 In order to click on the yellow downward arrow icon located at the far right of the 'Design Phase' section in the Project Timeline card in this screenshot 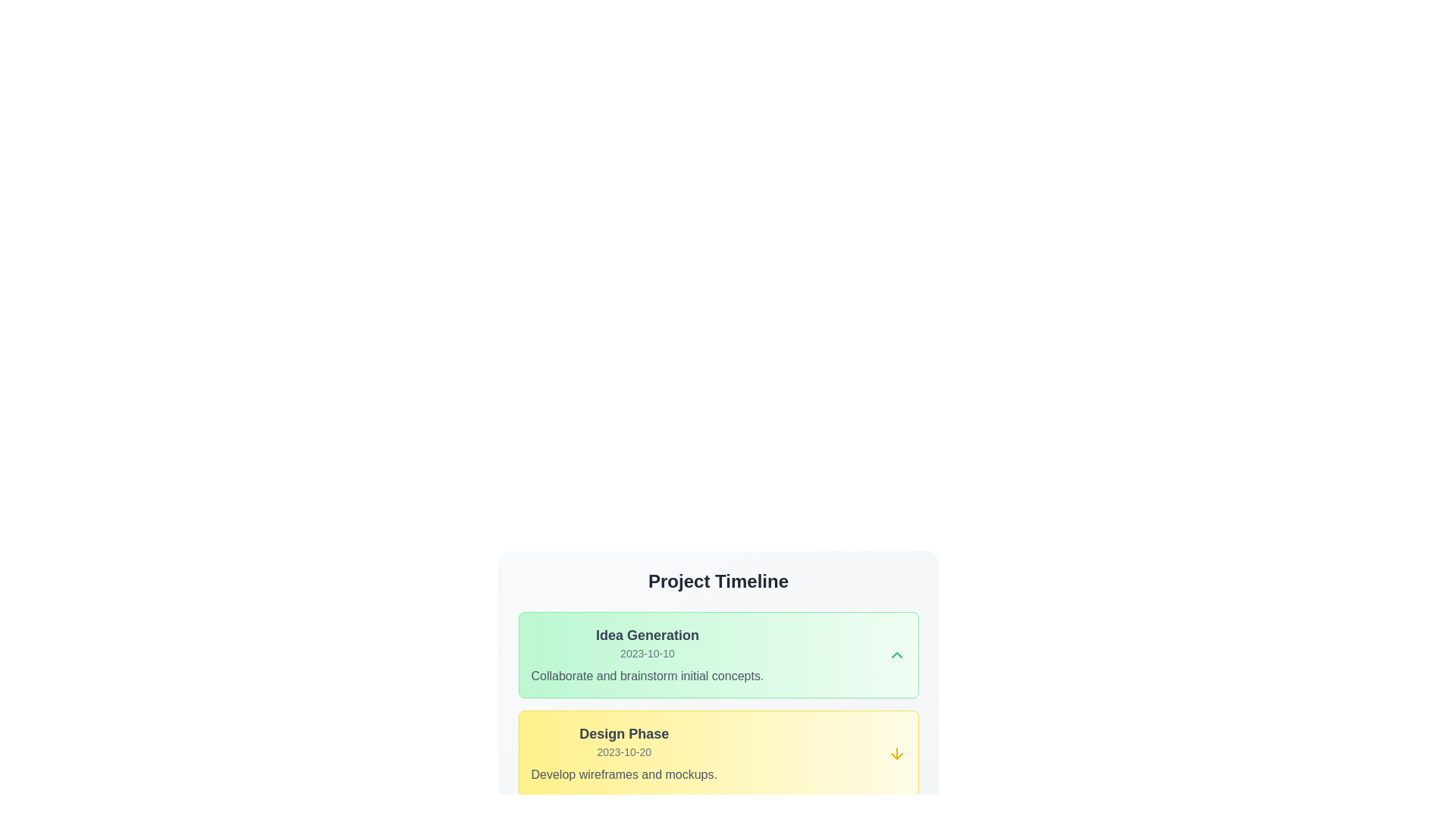, I will do `click(896, 754)`.